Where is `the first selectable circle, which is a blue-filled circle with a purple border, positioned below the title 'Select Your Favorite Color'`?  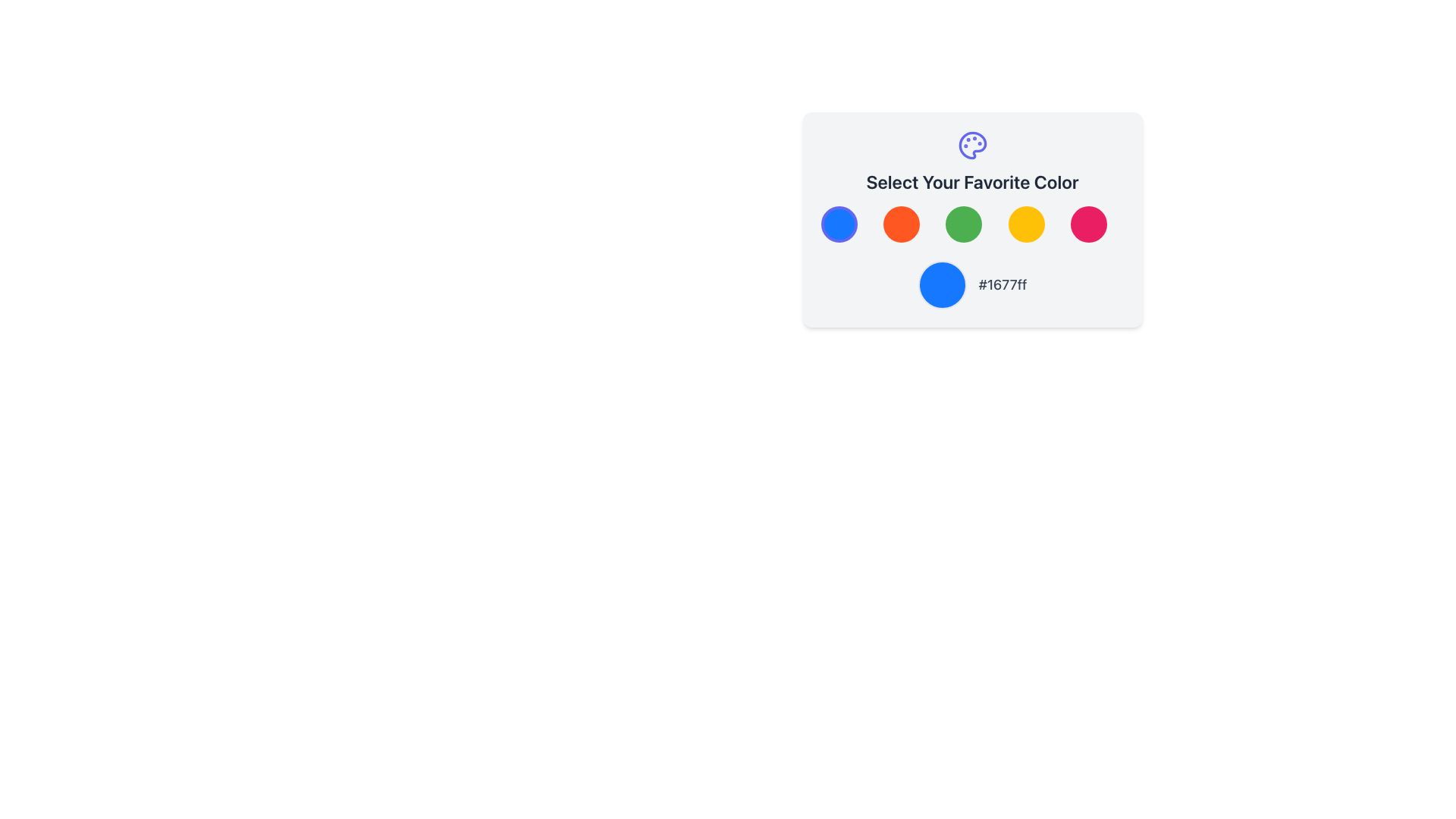 the first selectable circle, which is a blue-filled circle with a purple border, positioned below the title 'Select Your Favorite Color' is located at coordinates (838, 224).